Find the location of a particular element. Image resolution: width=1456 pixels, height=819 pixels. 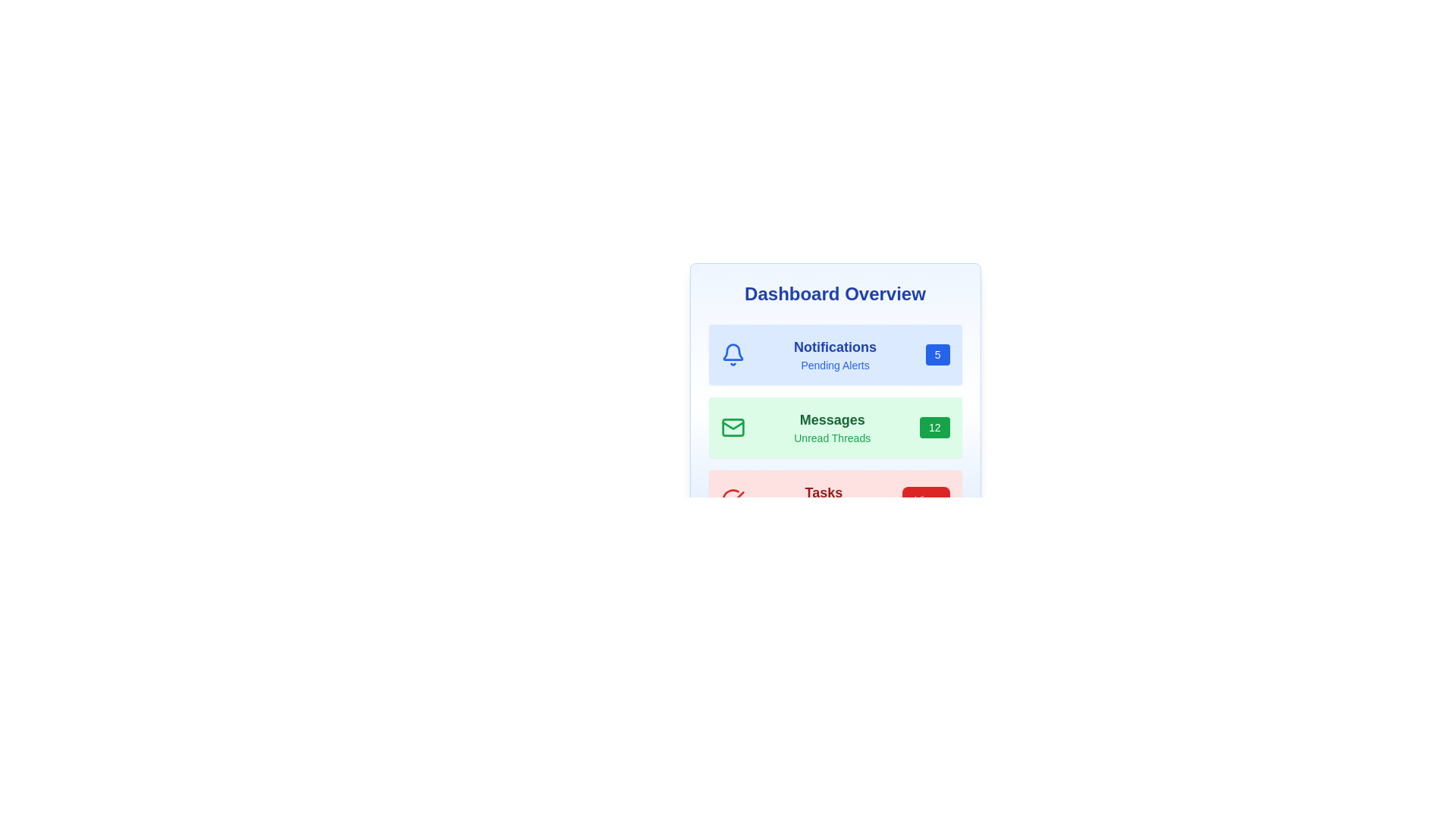

the completion icon located at the left end of the Tasks section, which visually pairs with the section's title is located at coordinates (733, 500).